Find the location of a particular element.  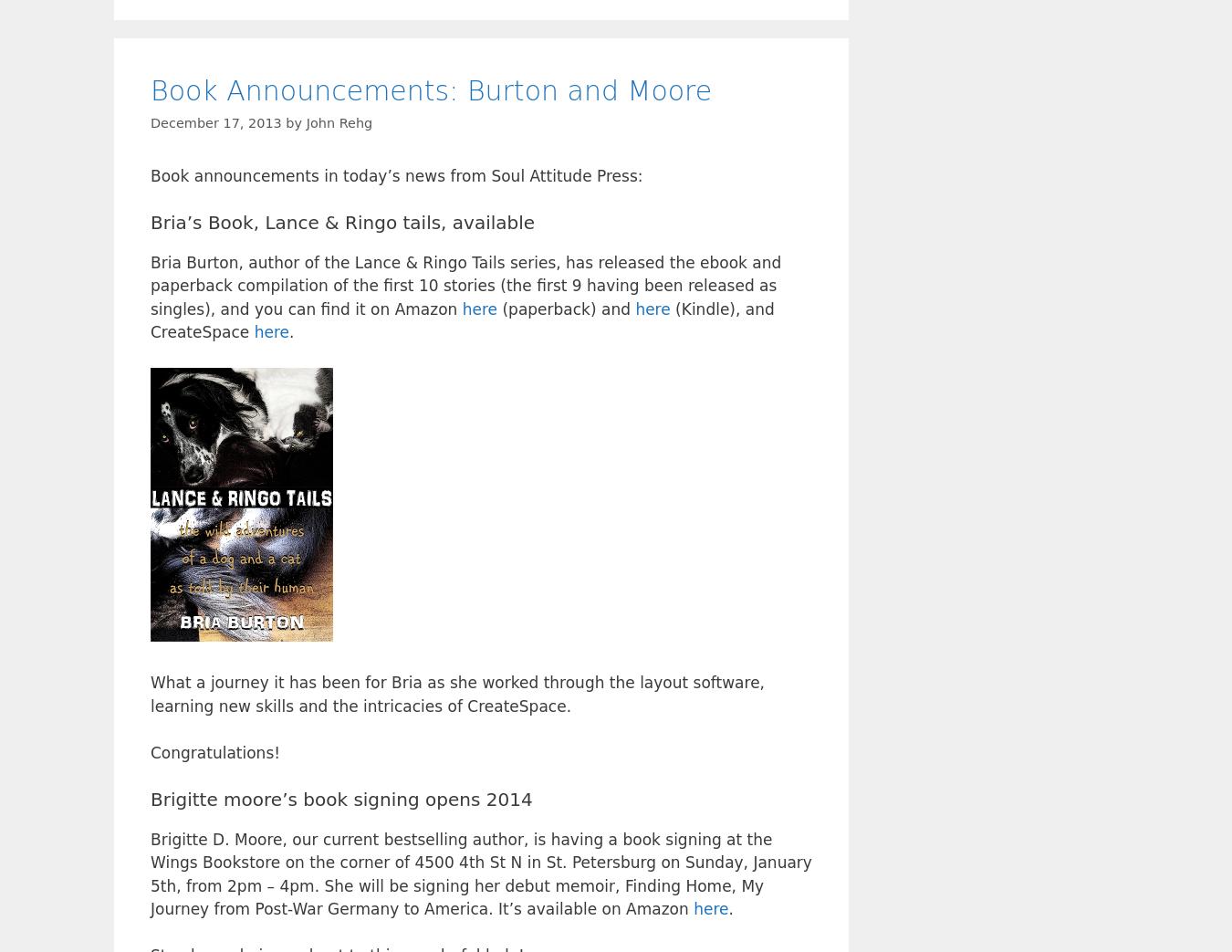

'Bria’s Book, Lance & Ringo tails, available' is located at coordinates (342, 222).